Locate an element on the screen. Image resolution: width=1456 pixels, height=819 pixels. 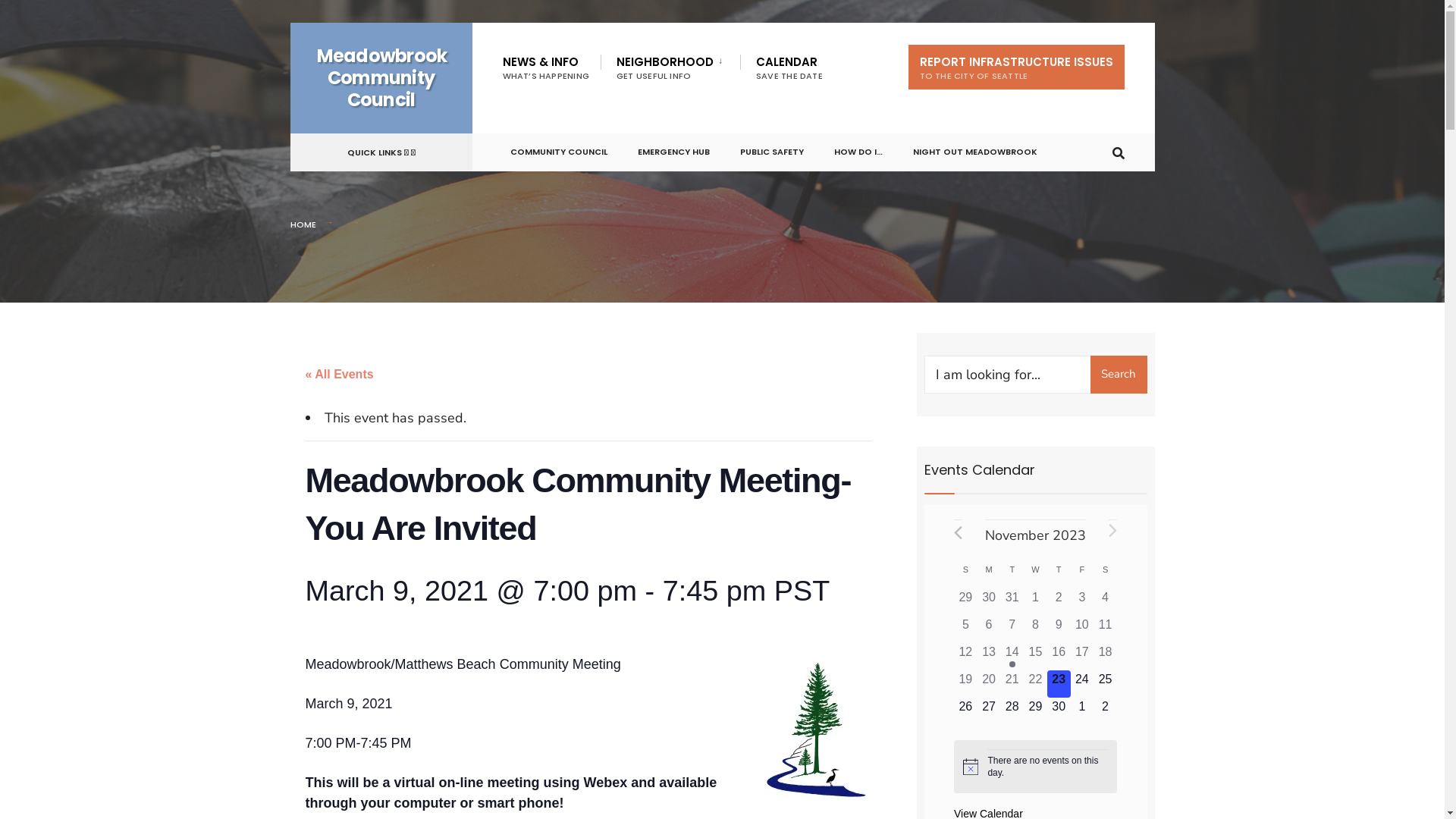
'REPORT INFRASTRUCTURE ISSUES is located at coordinates (1016, 66).